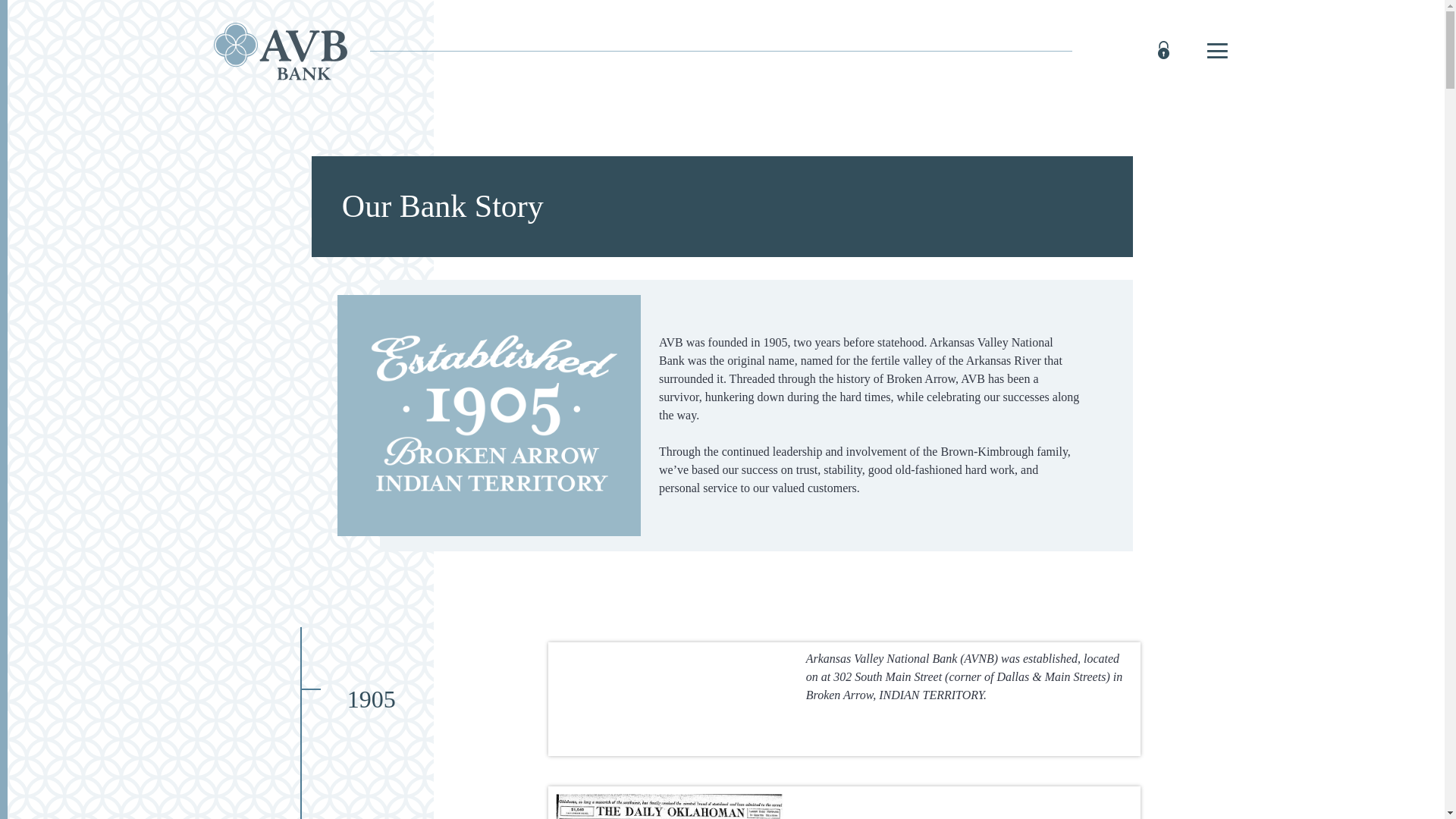  Describe the element at coordinates (1134, 51) in the screenshot. I see `'ONLINE BANKING` at that location.